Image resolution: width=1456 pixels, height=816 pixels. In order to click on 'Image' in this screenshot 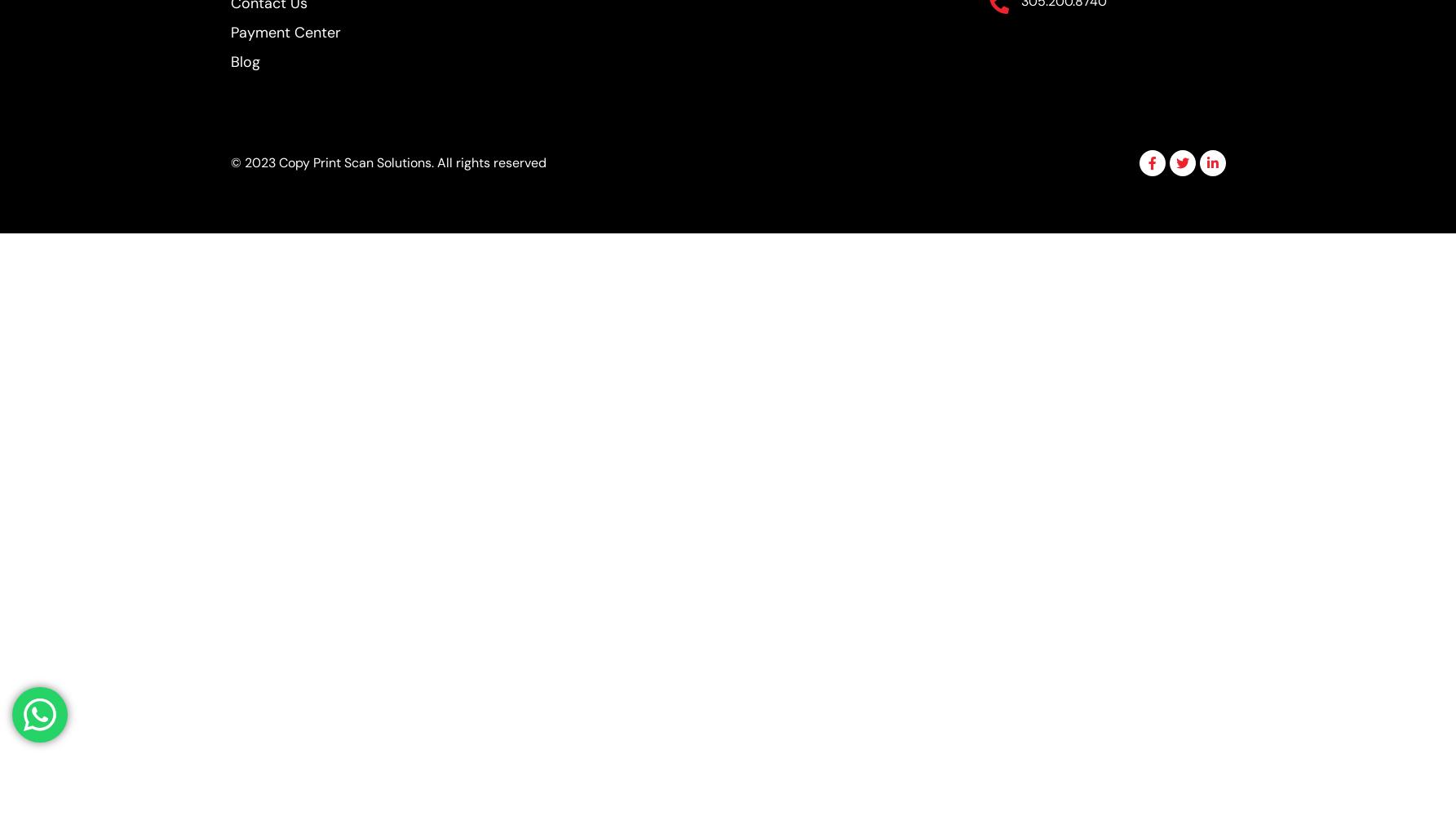, I will do `click(628, 165)`.